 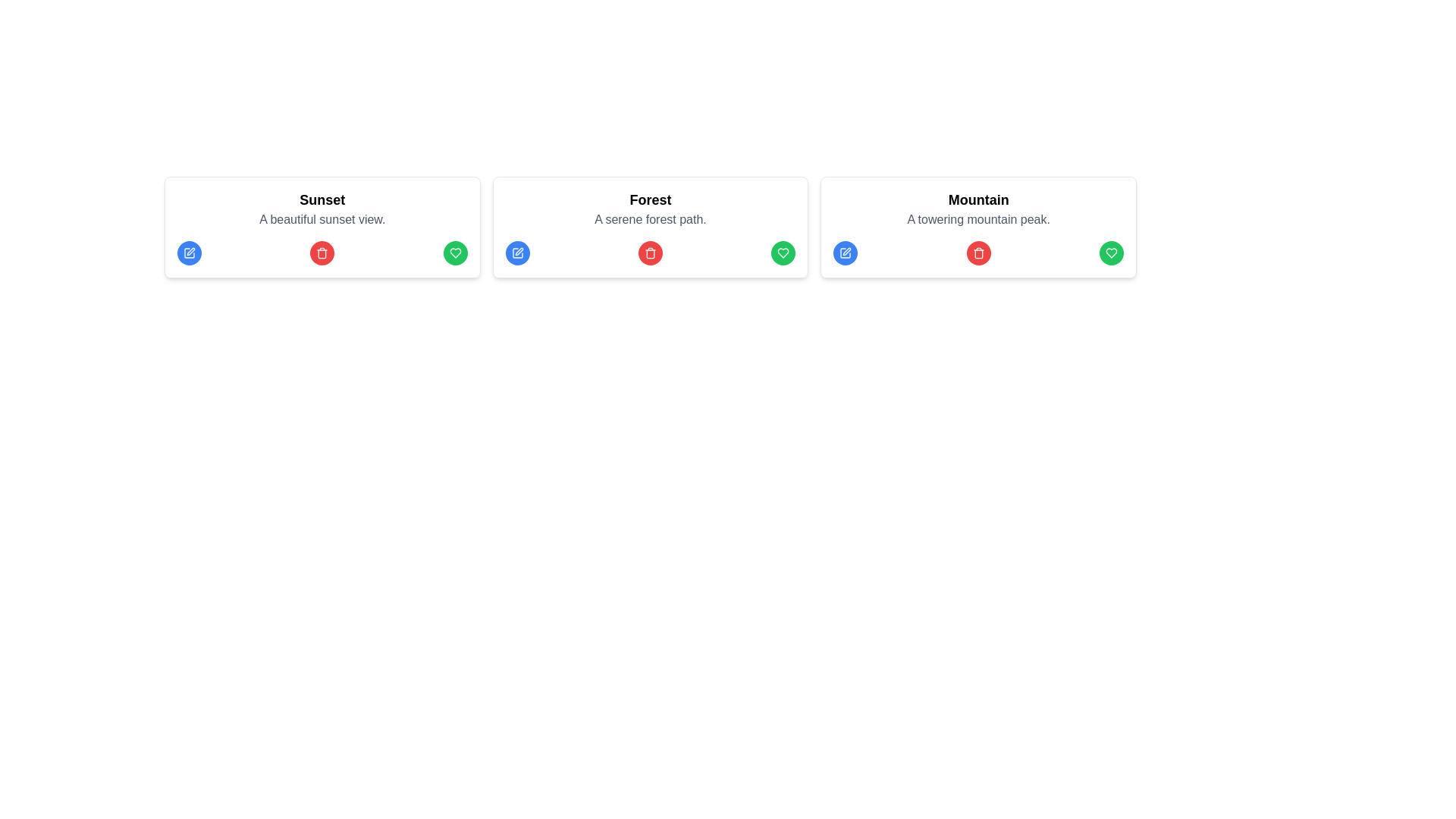 I want to click on the blue circular icon representing the editing functionality associated with the 'Sunset' content card, which is the leftmost icon in the icon set, so click(x=188, y=253).